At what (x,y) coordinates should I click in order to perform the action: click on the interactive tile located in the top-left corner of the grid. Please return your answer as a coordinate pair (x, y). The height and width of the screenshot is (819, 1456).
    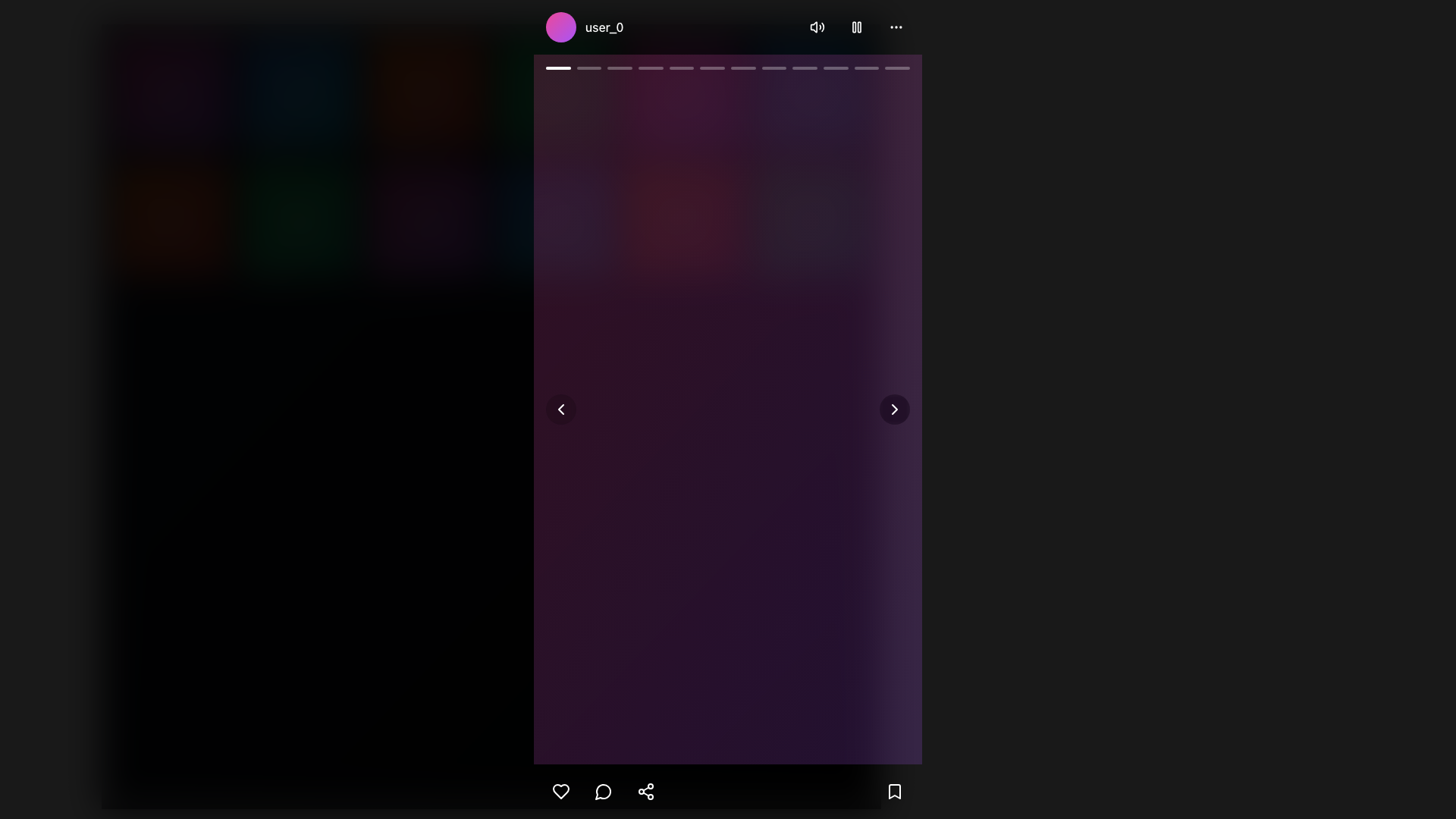
    Looking at the image, I should click on (171, 94).